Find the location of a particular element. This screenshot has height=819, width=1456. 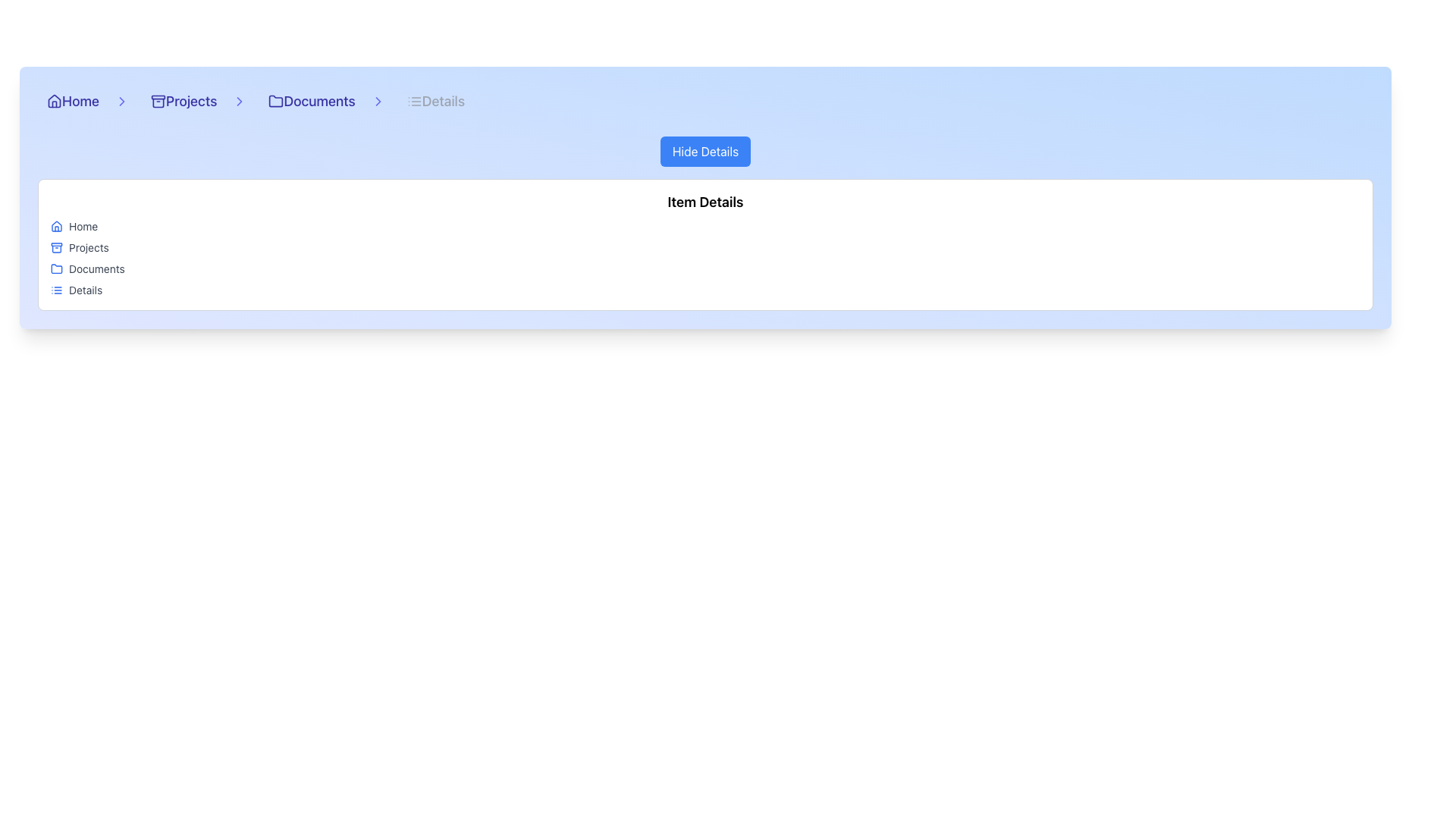

the starting point breadcrumb link in the breadcrumb navigation system located on the leftmost side of the navigation bar is located at coordinates (83, 102).